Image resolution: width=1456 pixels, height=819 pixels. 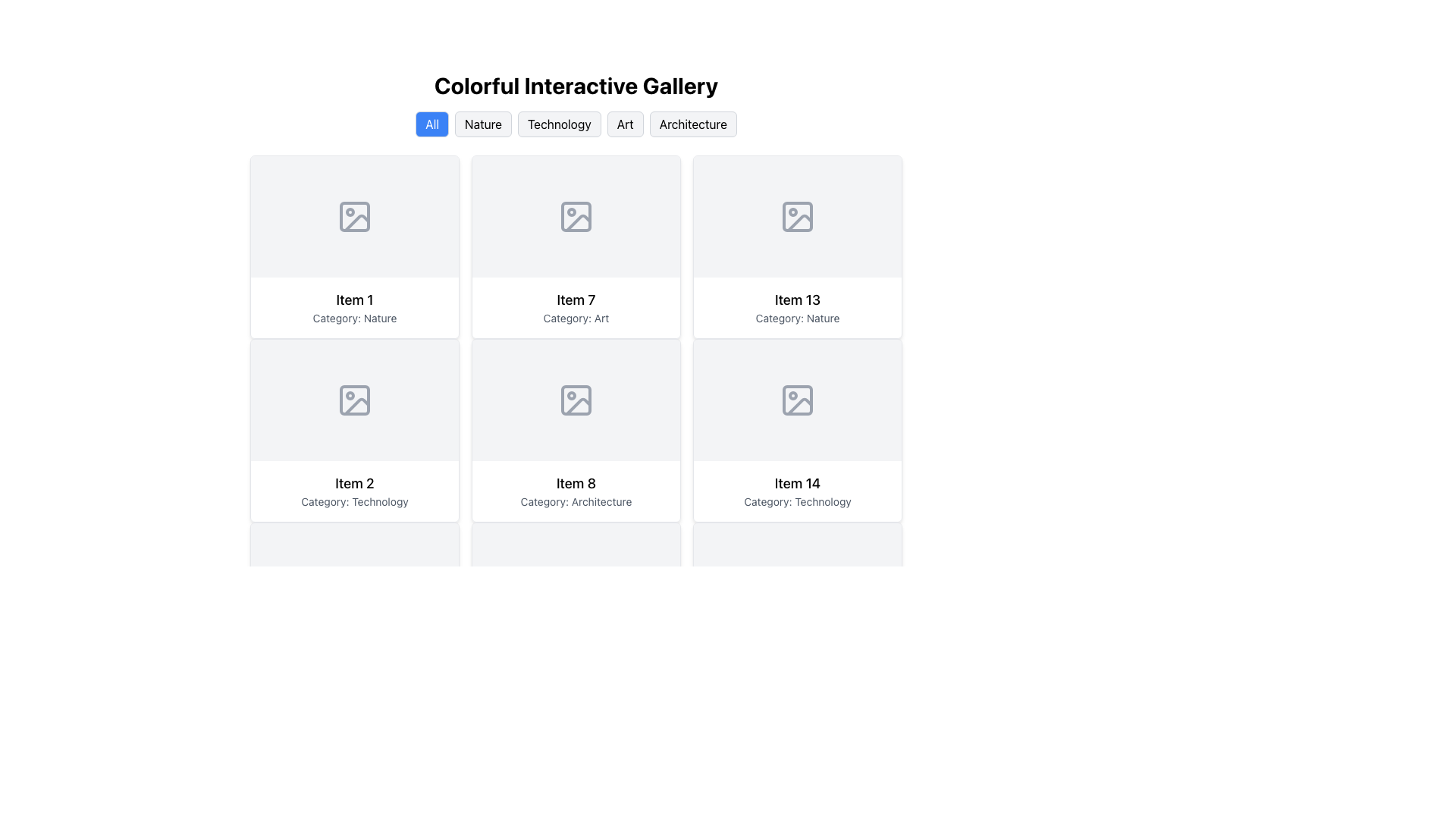 What do you see at coordinates (353, 307) in the screenshot?
I see `the grid item card displaying content related to 'Item 1' with the category descriptor 'Nature', located in the upper-left of the grid layout` at bounding box center [353, 307].